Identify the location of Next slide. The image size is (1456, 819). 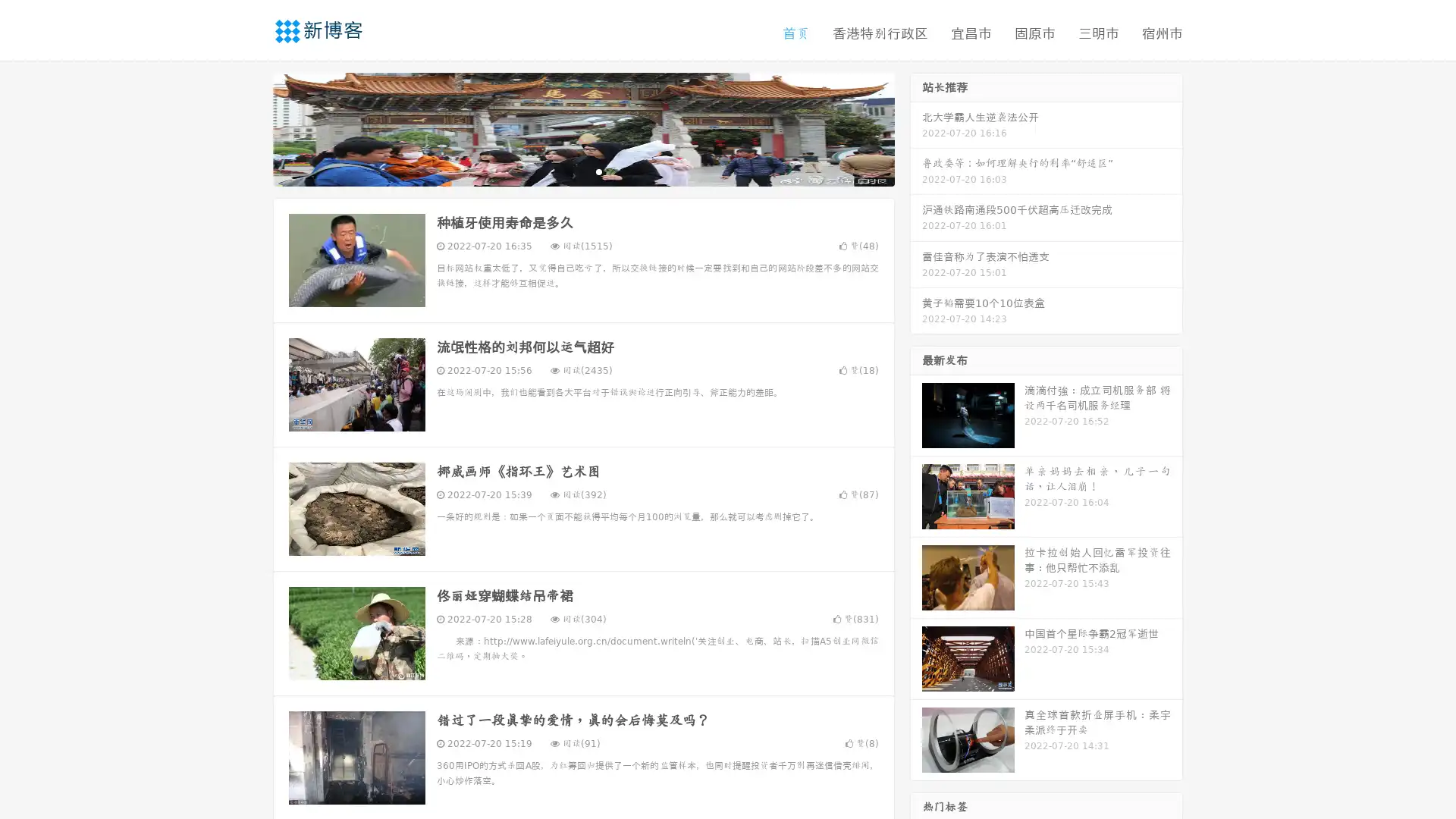
(916, 127).